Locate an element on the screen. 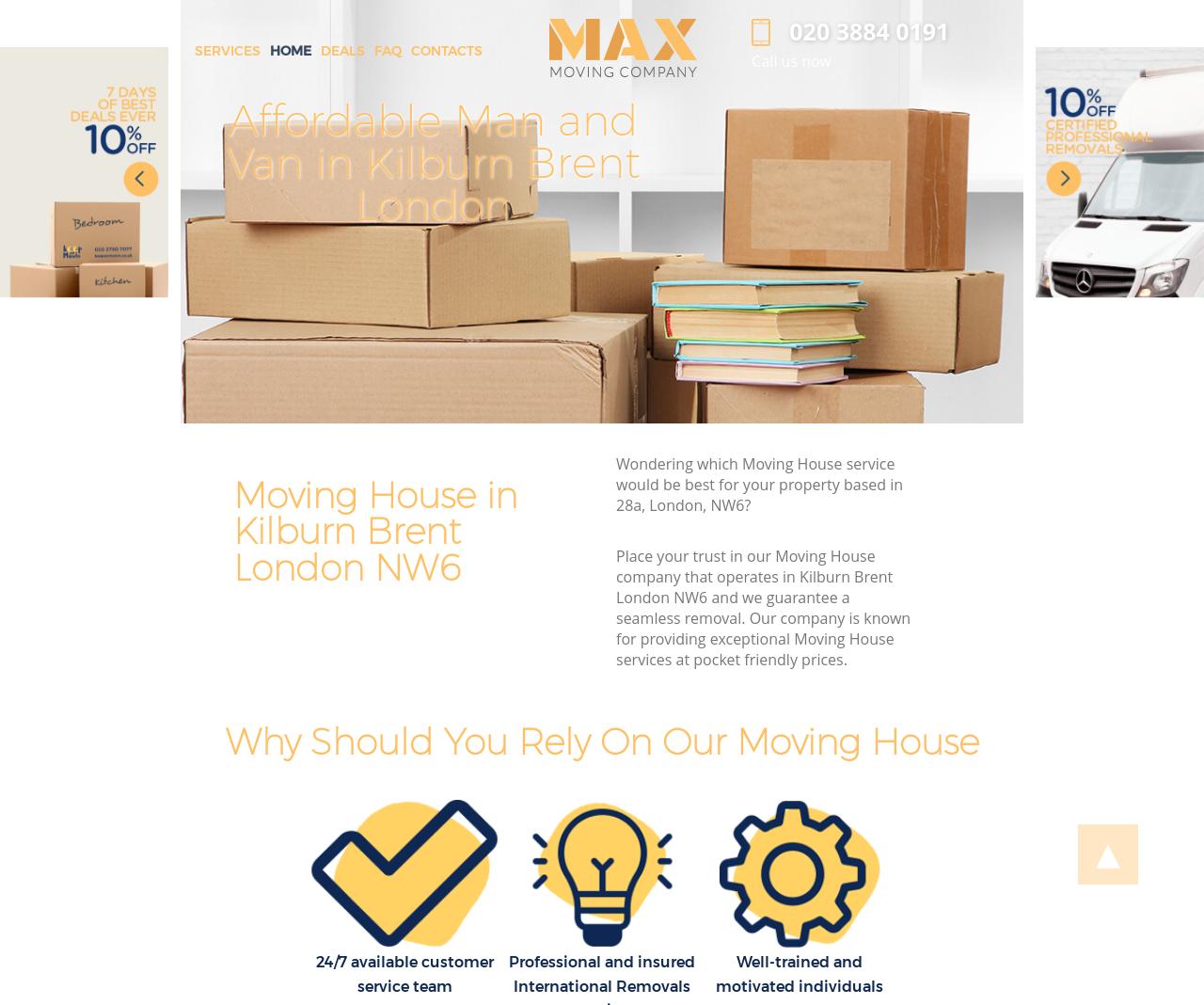  '‎020 3884 0191' is located at coordinates (868, 30).